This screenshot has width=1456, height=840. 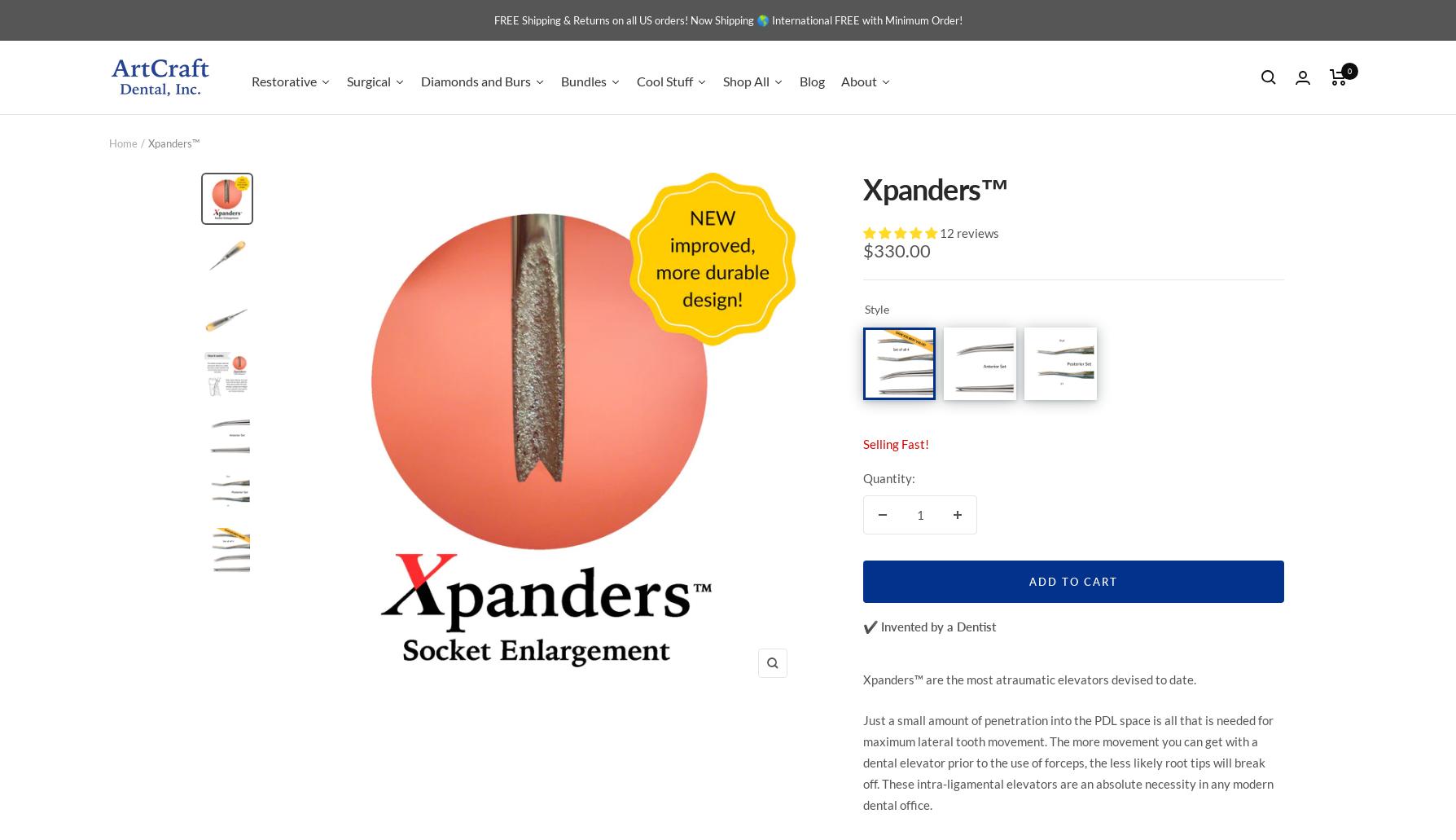 I want to click on 'Home', so click(x=123, y=142).